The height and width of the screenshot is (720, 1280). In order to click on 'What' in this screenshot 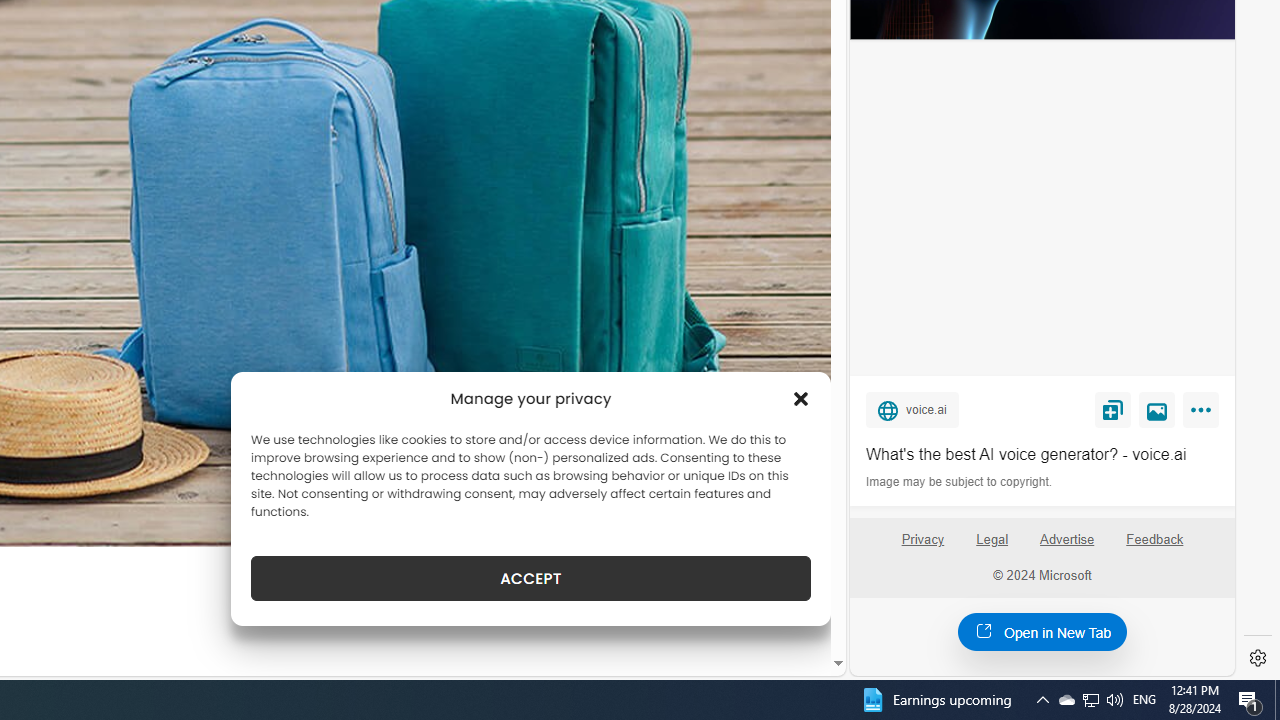, I will do `click(1041, 455)`.